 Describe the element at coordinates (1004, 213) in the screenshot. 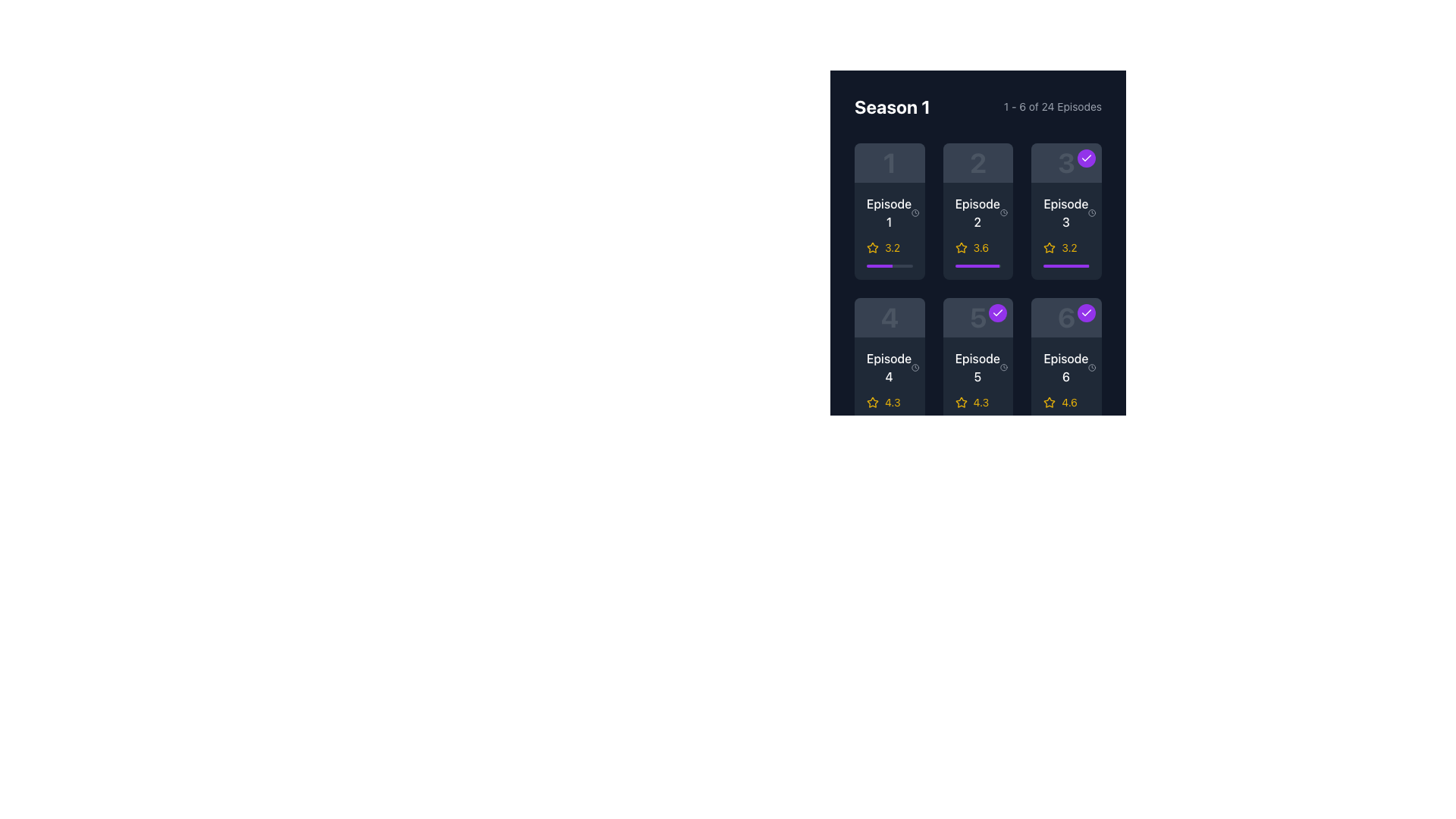

I see `the clock icon located to the left of the text '42 min', which indicates the duration of Episode 2 in Season 1` at that location.